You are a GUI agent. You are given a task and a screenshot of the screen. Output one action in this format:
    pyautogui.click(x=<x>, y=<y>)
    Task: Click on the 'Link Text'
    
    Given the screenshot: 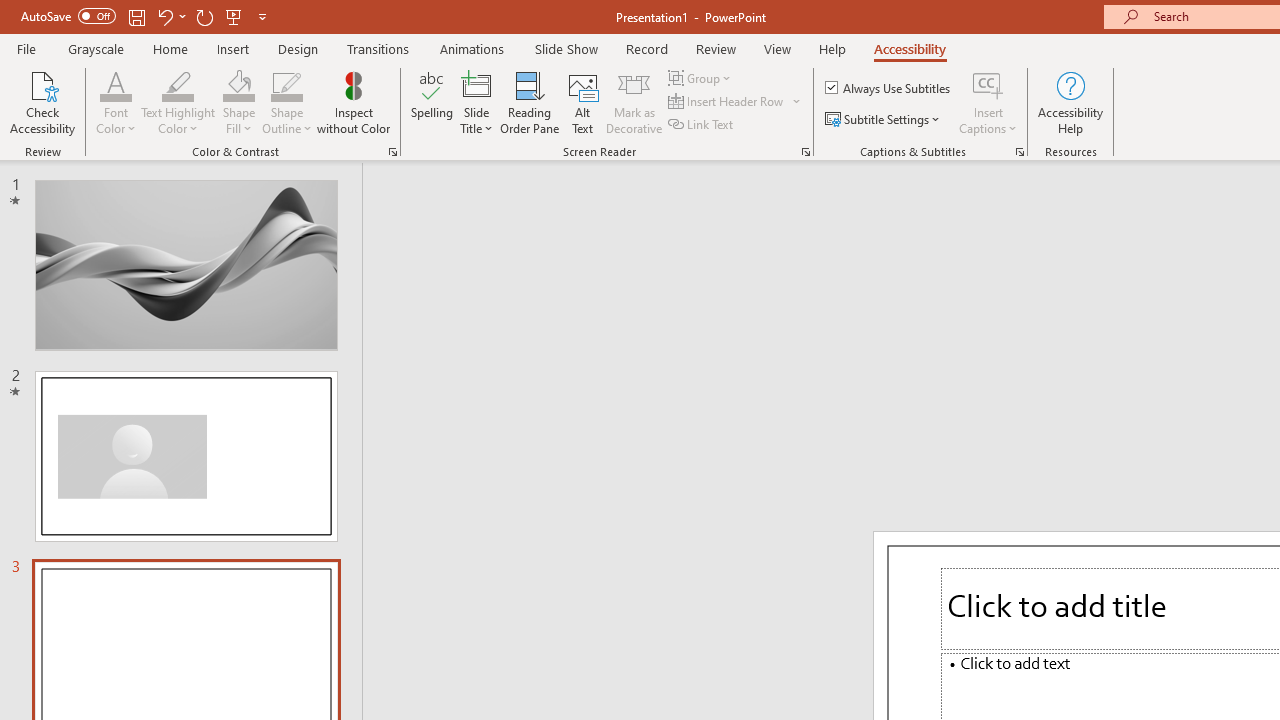 What is the action you would take?
    pyautogui.click(x=702, y=124)
    